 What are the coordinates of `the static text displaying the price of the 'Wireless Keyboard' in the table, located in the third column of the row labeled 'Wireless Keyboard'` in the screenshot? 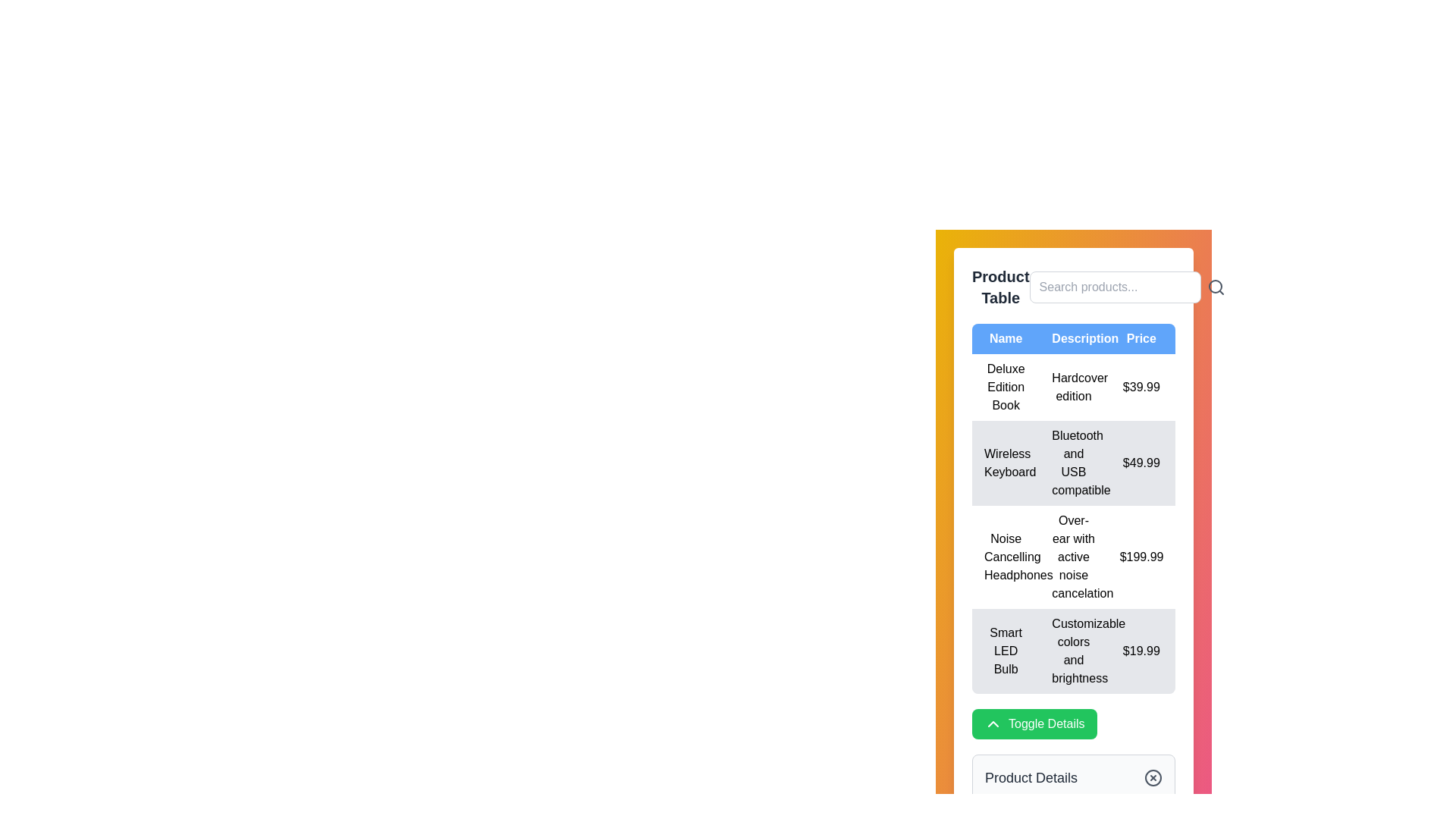 It's located at (1141, 462).